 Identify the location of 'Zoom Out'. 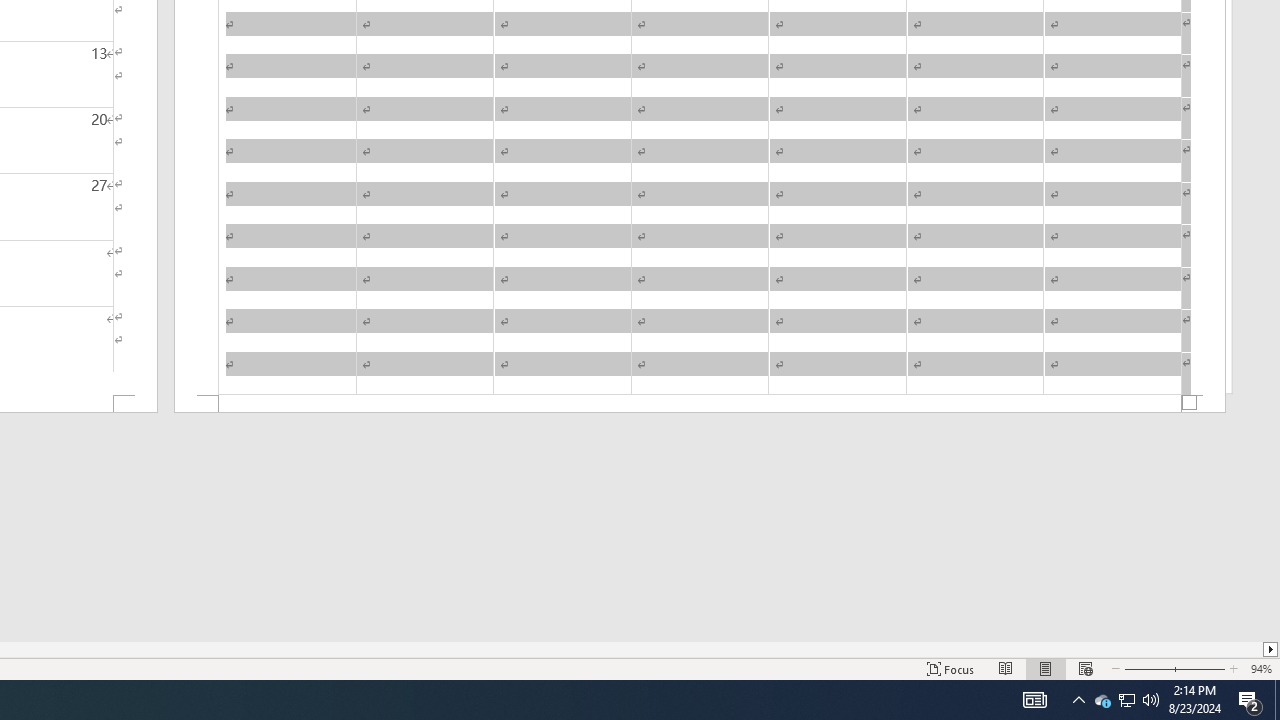
(1147, 669).